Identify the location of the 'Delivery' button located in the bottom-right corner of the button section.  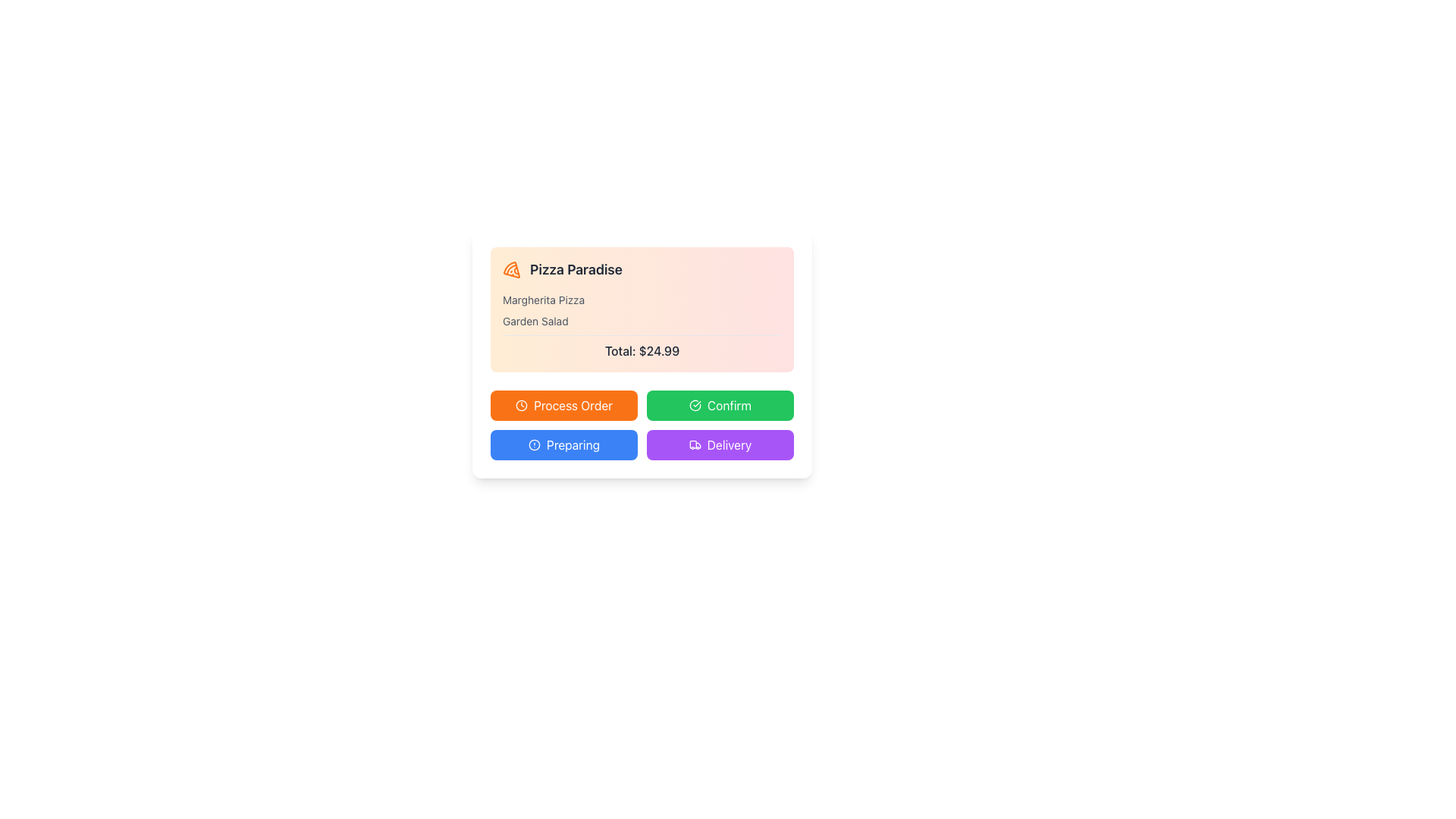
(729, 444).